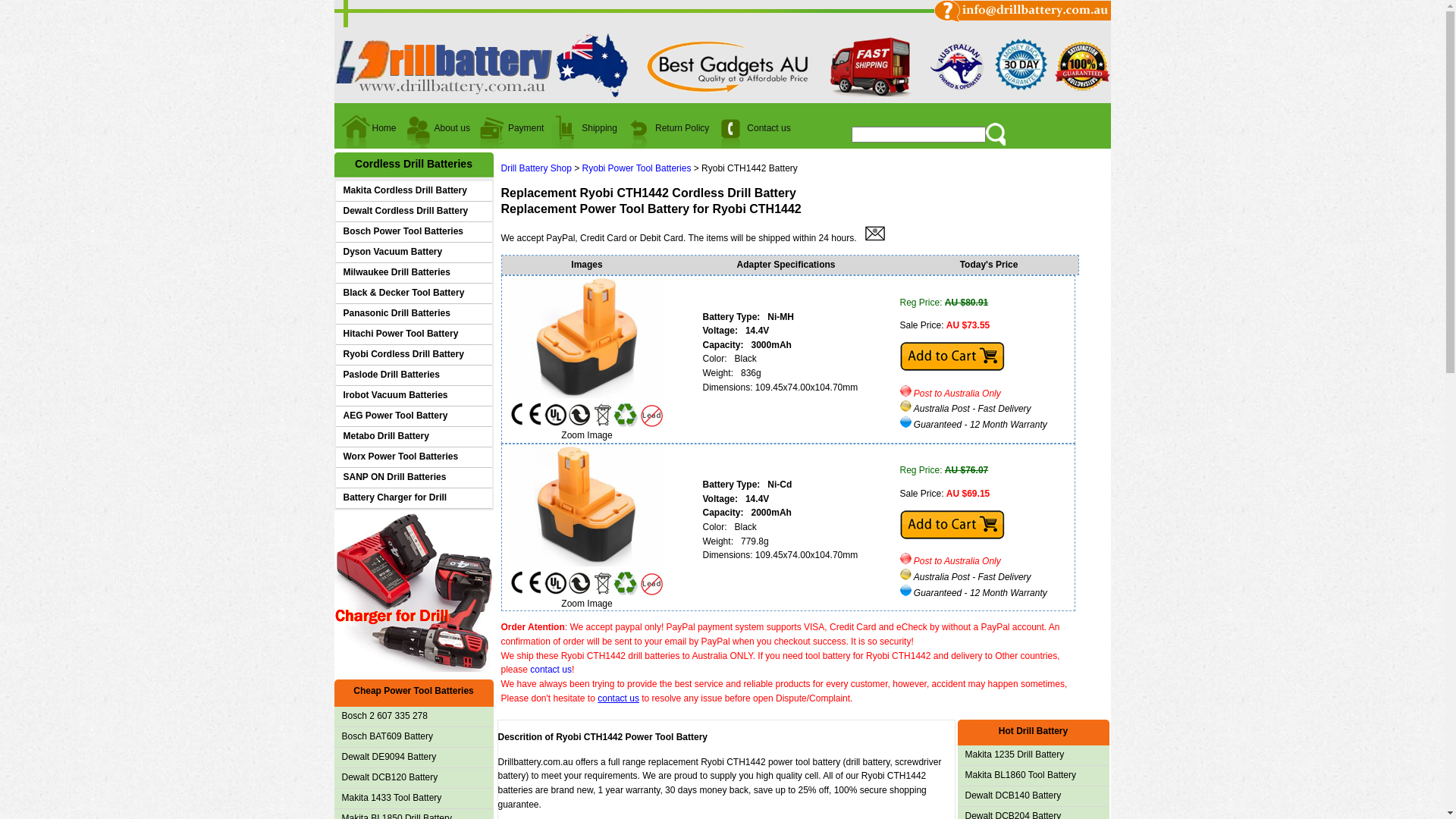  What do you see at coordinates (413, 394) in the screenshot?
I see `'Irobot Vacuum Batteries'` at bounding box center [413, 394].